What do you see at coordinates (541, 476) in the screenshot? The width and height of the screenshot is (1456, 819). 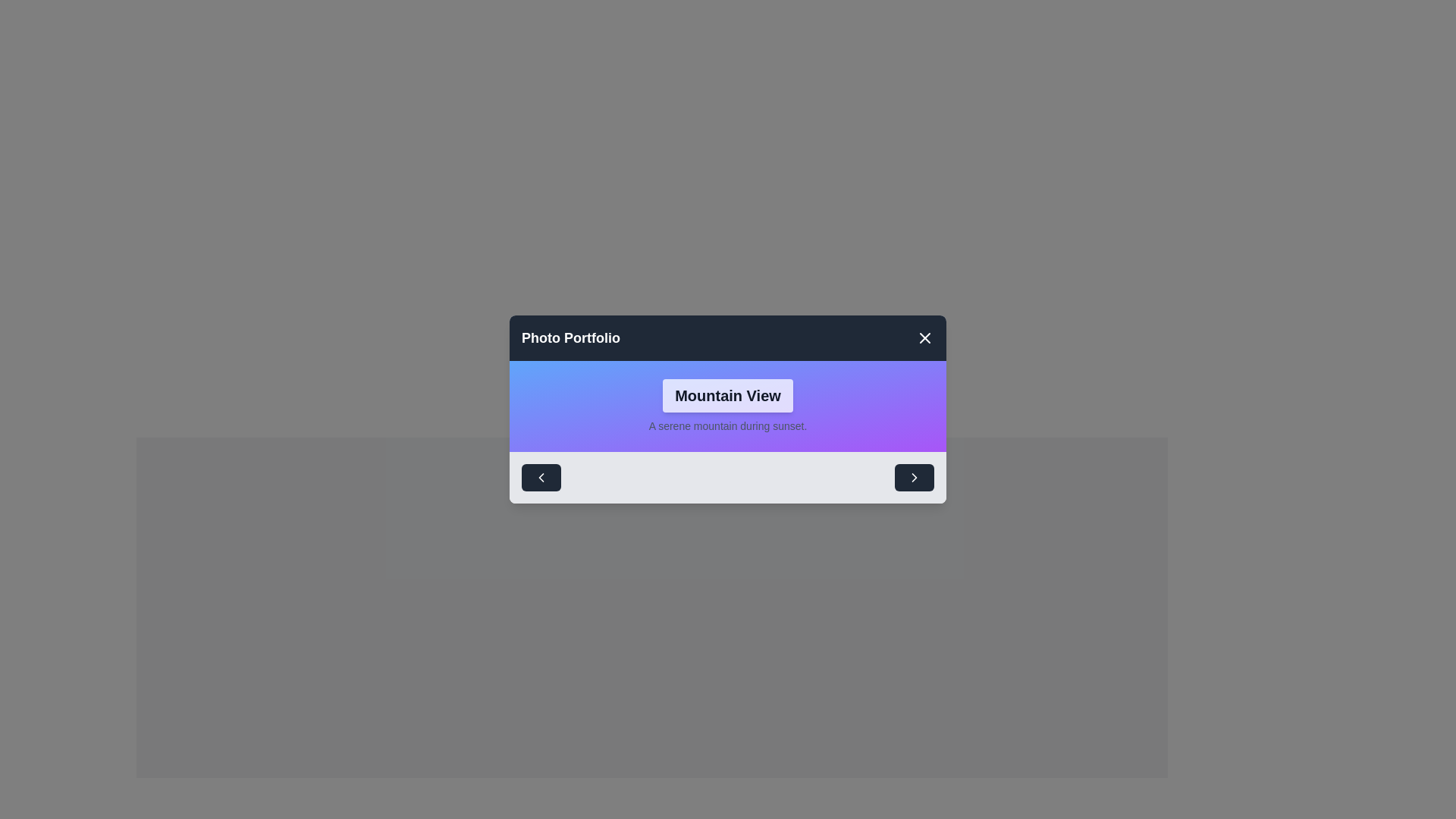 I see `the rounded rectangular button with a dark gray background and a white chevron pointing to the left` at bounding box center [541, 476].